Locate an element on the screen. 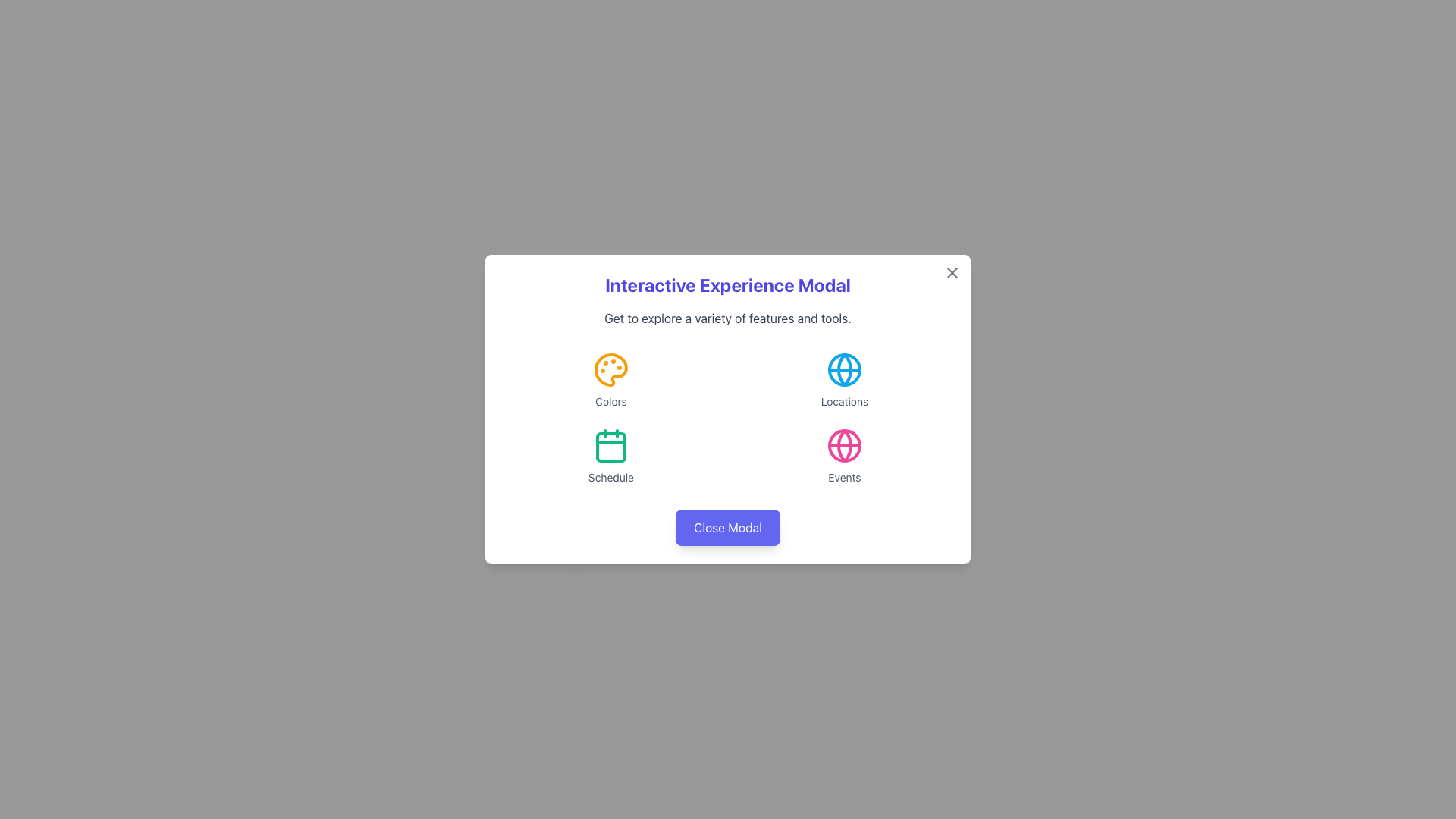 The image size is (1456, 819). the green calendar icon with rounded corners located inside a modal interface, which is the leftmost icon in the second row of icons is located at coordinates (611, 444).